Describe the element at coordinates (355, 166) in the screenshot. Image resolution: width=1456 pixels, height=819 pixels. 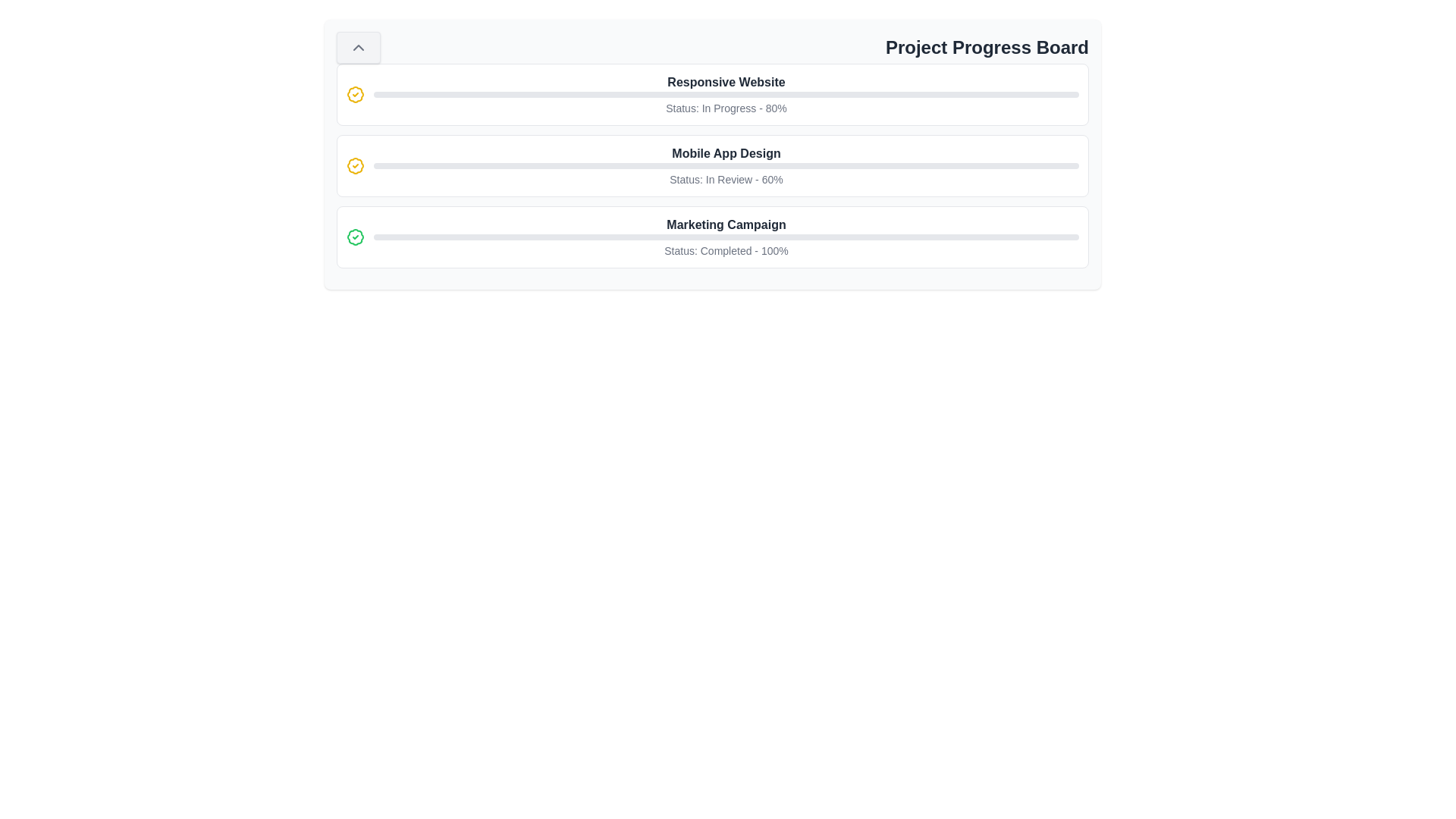
I see `the circular badge icon with a checkmark, which signifies approval or completion, located second from the top in the vertical list for the 'Mobile App Design' project` at that location.